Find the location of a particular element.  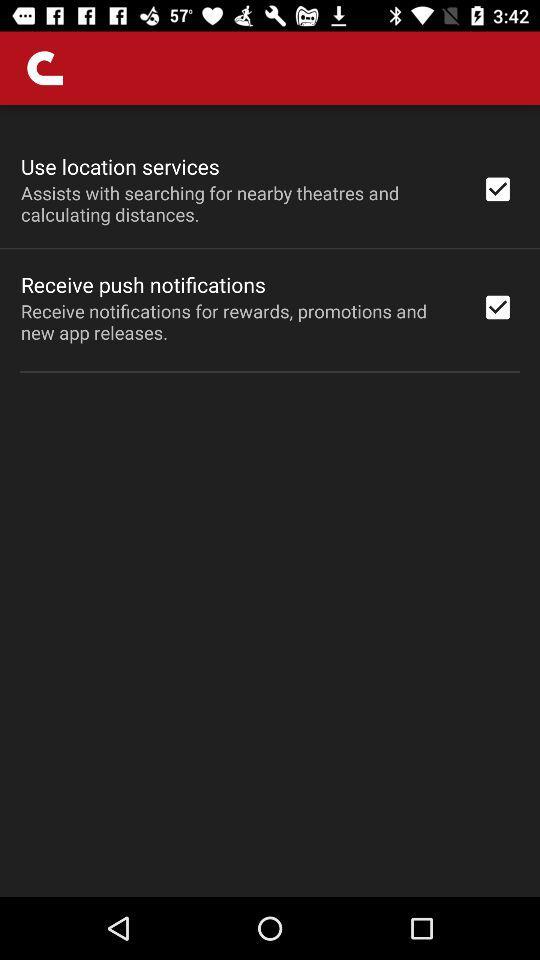

the item above receive push notifications item is located at coordinates (238, 203).